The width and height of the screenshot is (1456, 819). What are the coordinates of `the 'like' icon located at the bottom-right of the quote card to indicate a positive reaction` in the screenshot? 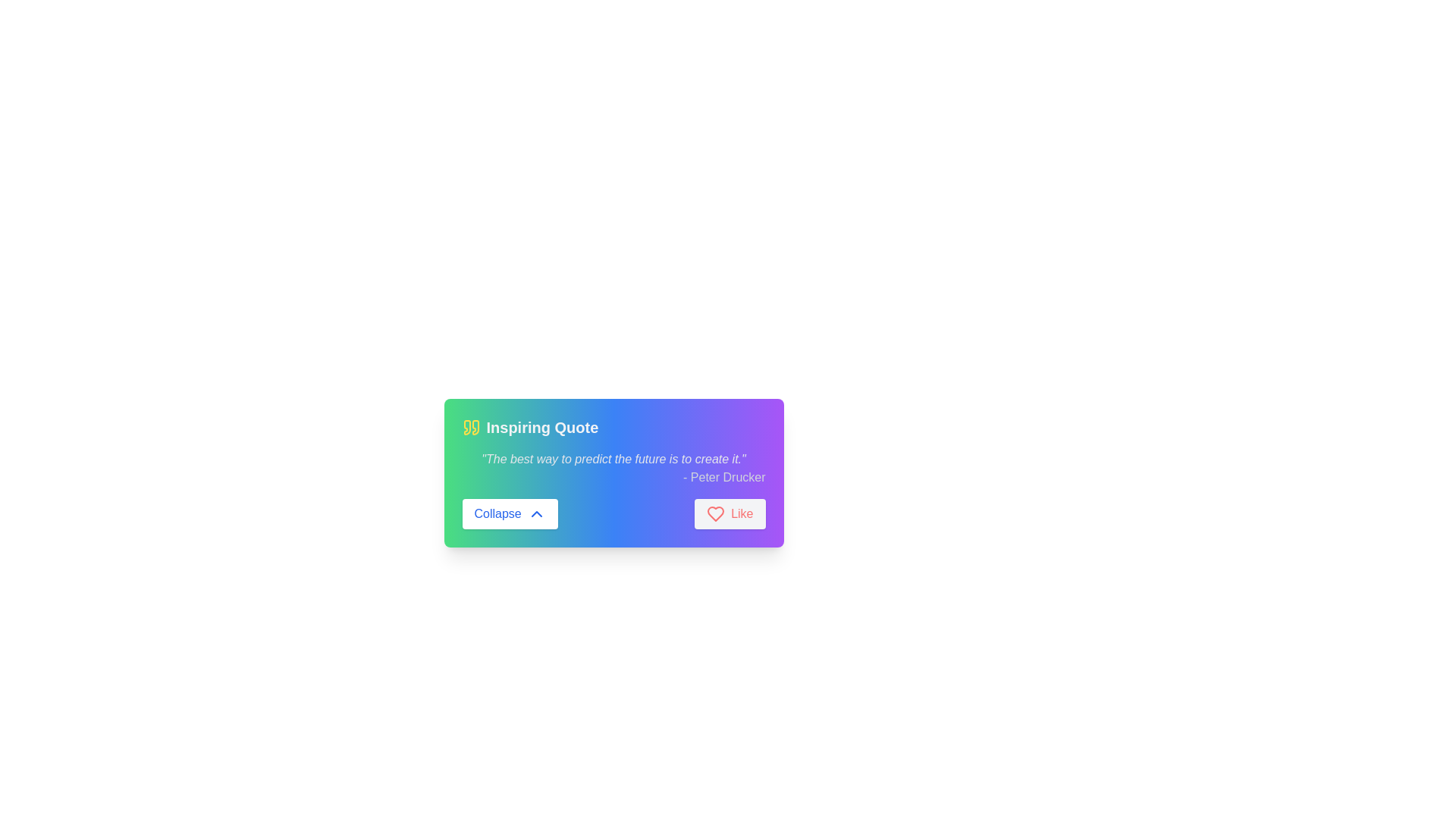 It's located at (715, 513).